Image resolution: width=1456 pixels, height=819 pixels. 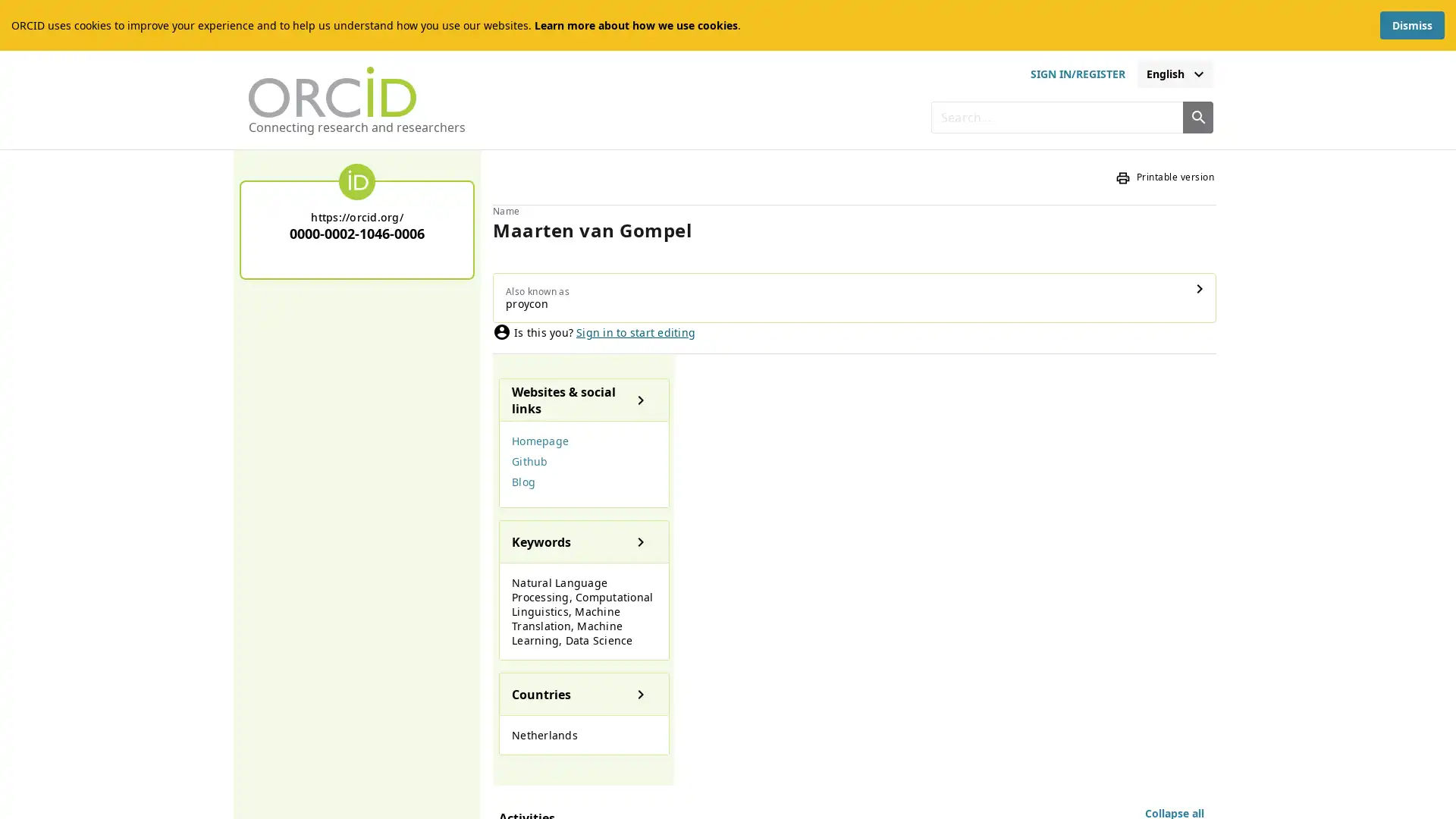 I want to click on Hide details, so click(x=514, y=388).